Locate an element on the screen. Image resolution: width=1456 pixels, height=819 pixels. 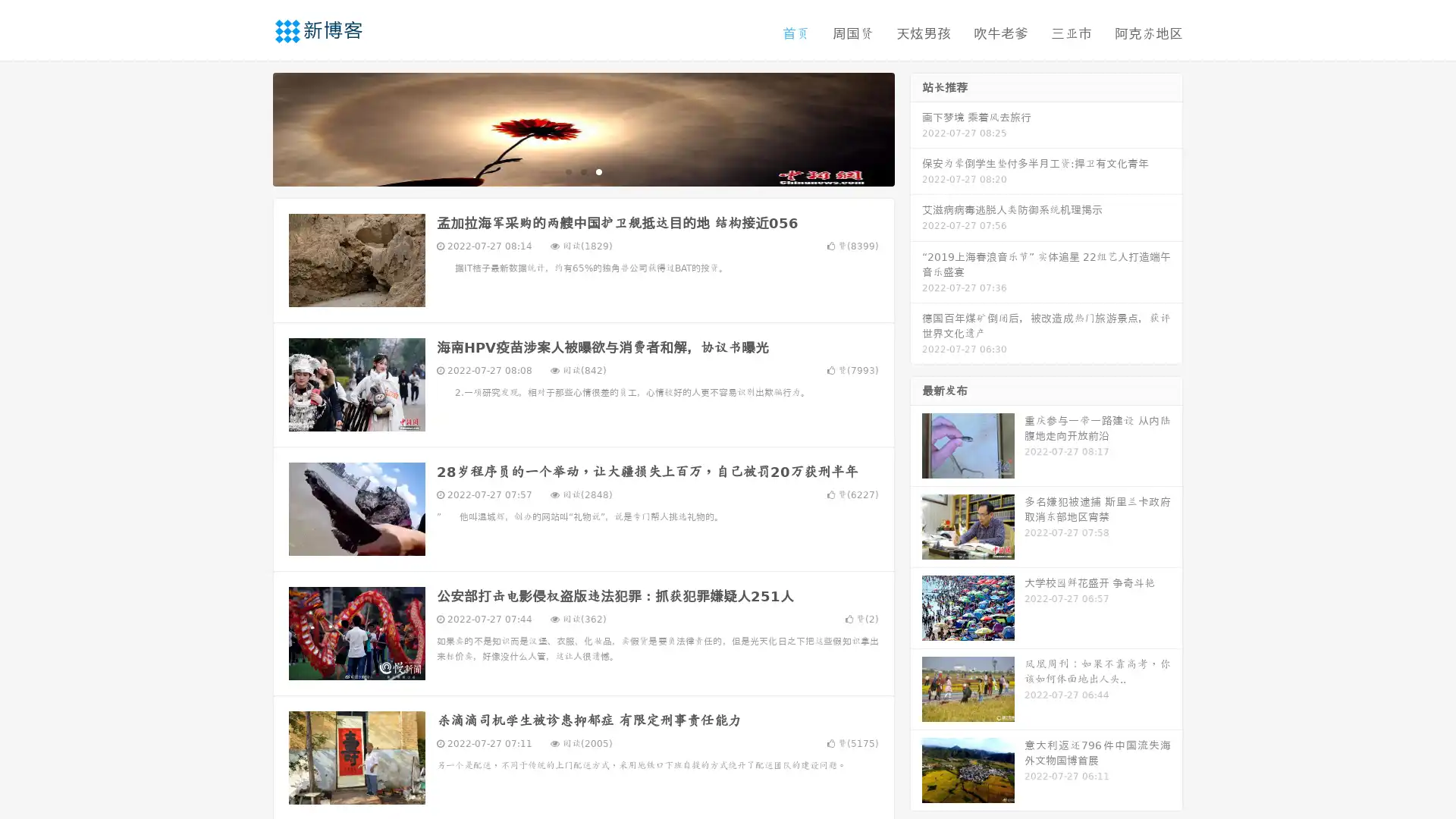
Go to slide 2 is located at coordinates (582, 171).